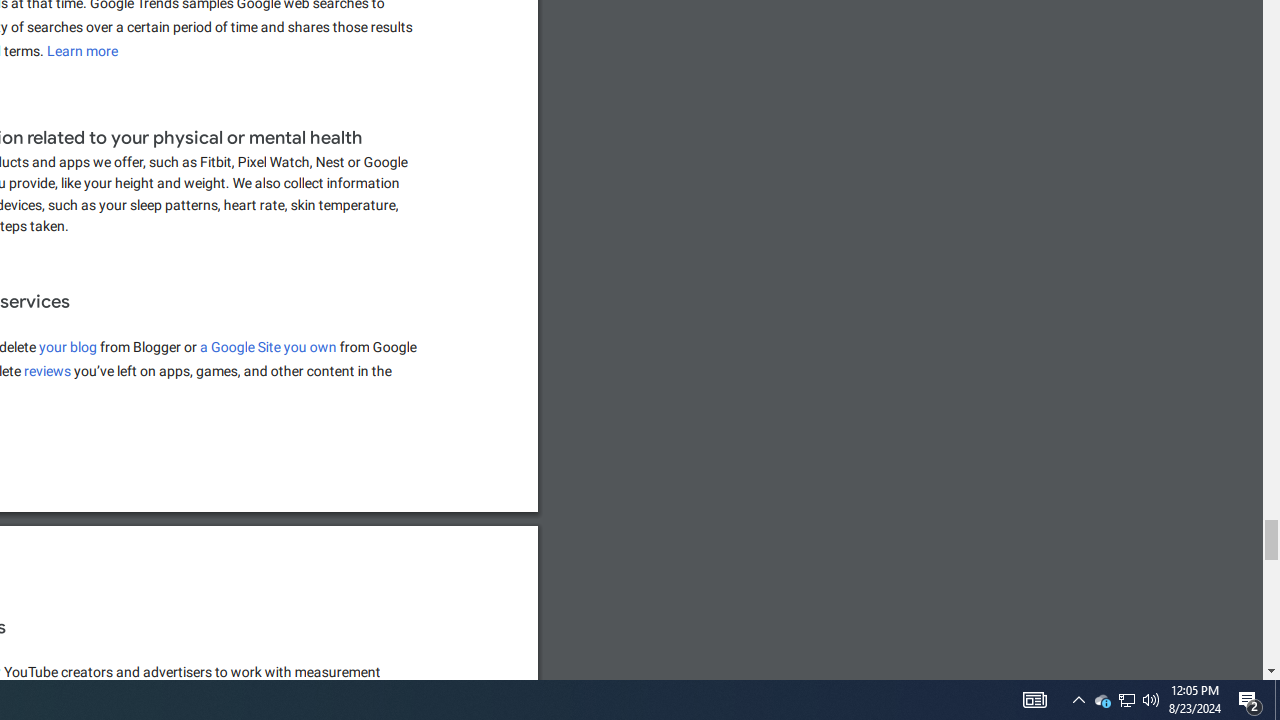 This screenshot has width=1280, height=720. Describe the element at coordinates (68, 346) in the screenshot. I see `'your blog'` at that location.